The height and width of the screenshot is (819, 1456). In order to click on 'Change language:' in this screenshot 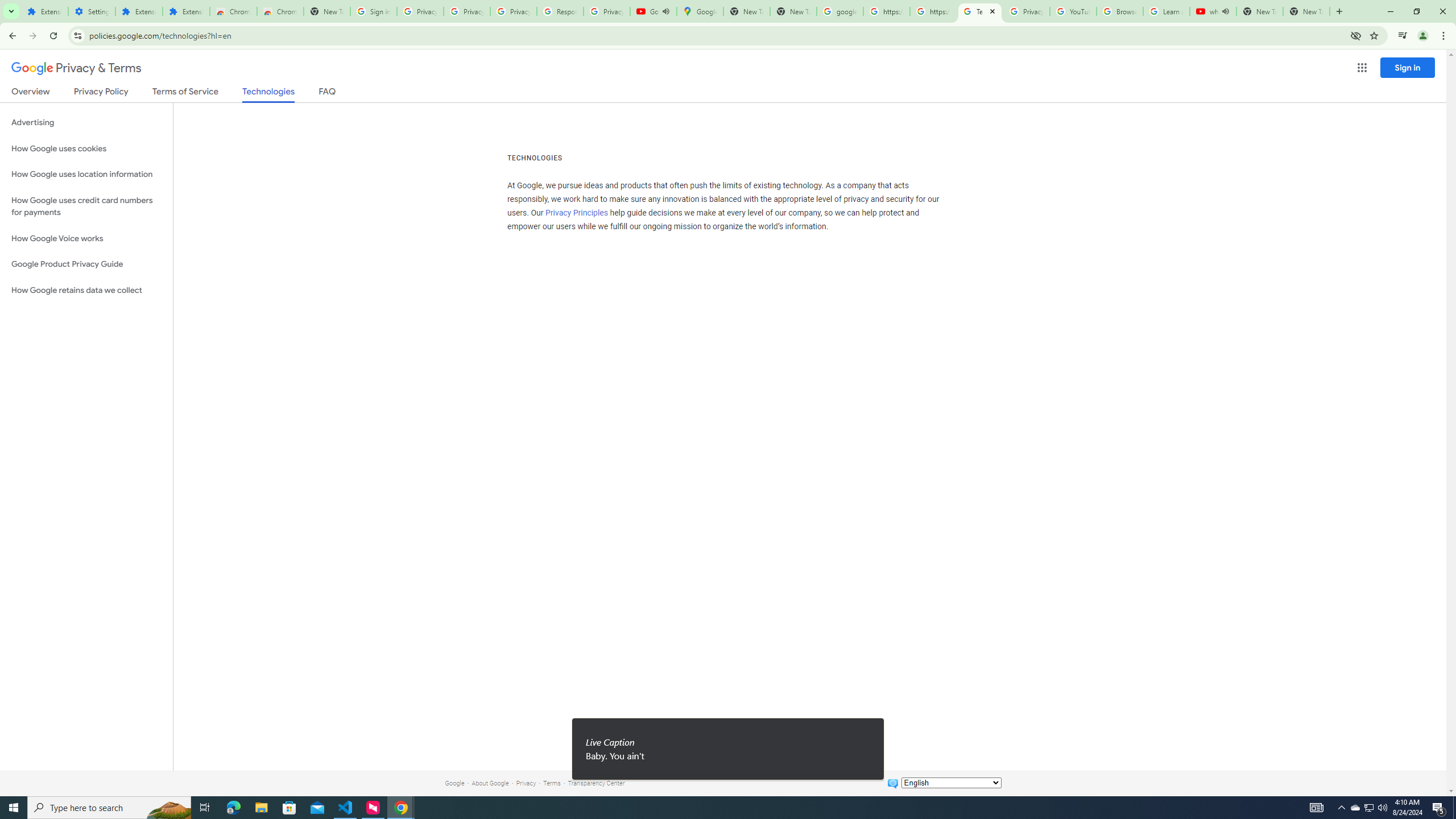, I will do `click(950, 781)`.